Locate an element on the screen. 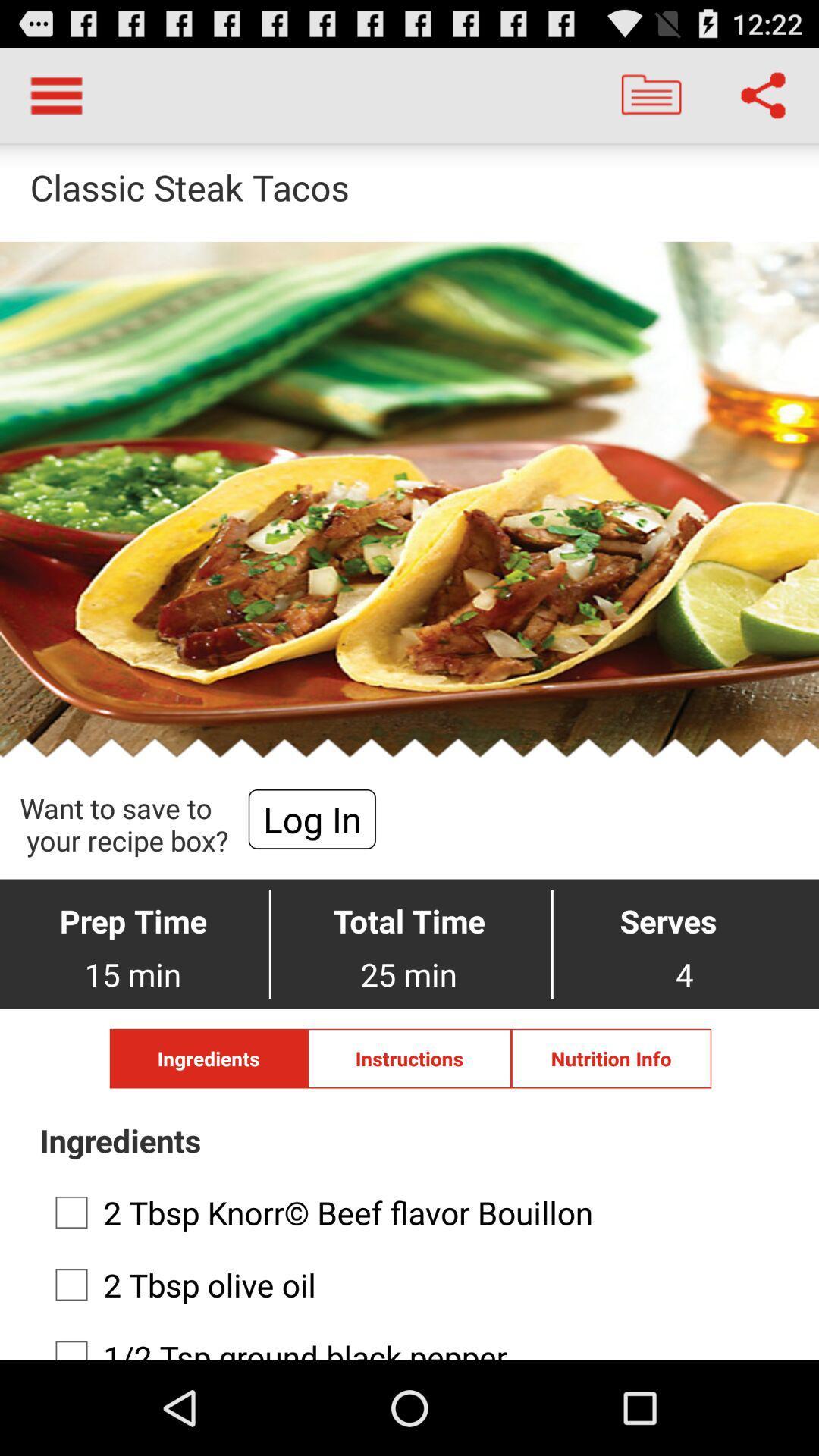 This screenshot has height=1456, width=819. the icon next to nutrition info is located at coordinates (409, 1058).